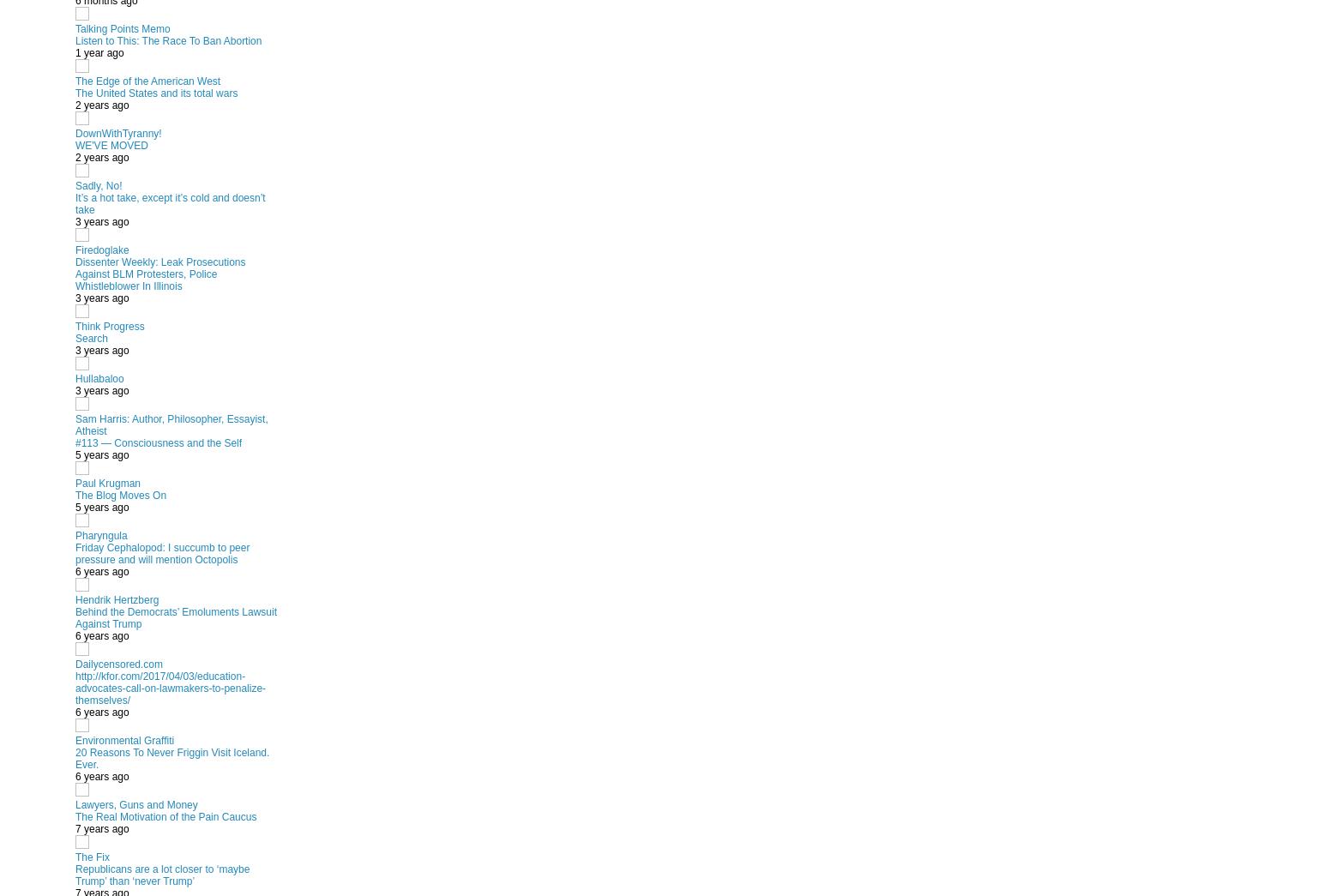 This screenshot has width=1336, height=896. Describe the element at coordinates (91, 857) in the screenshot. I see `'The Fix'` at that location.